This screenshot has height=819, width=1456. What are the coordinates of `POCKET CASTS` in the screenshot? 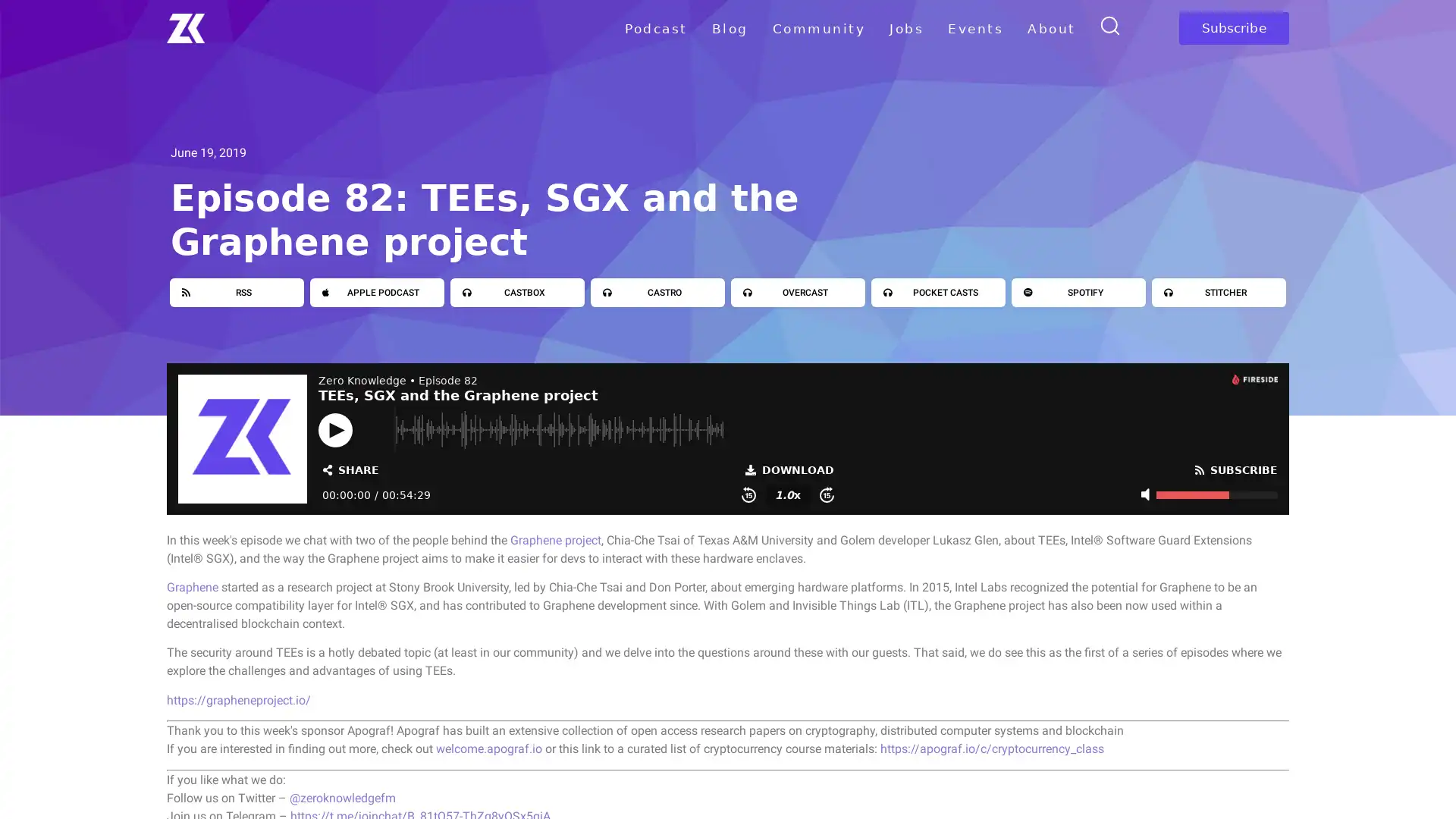 It's located at (937, 292).